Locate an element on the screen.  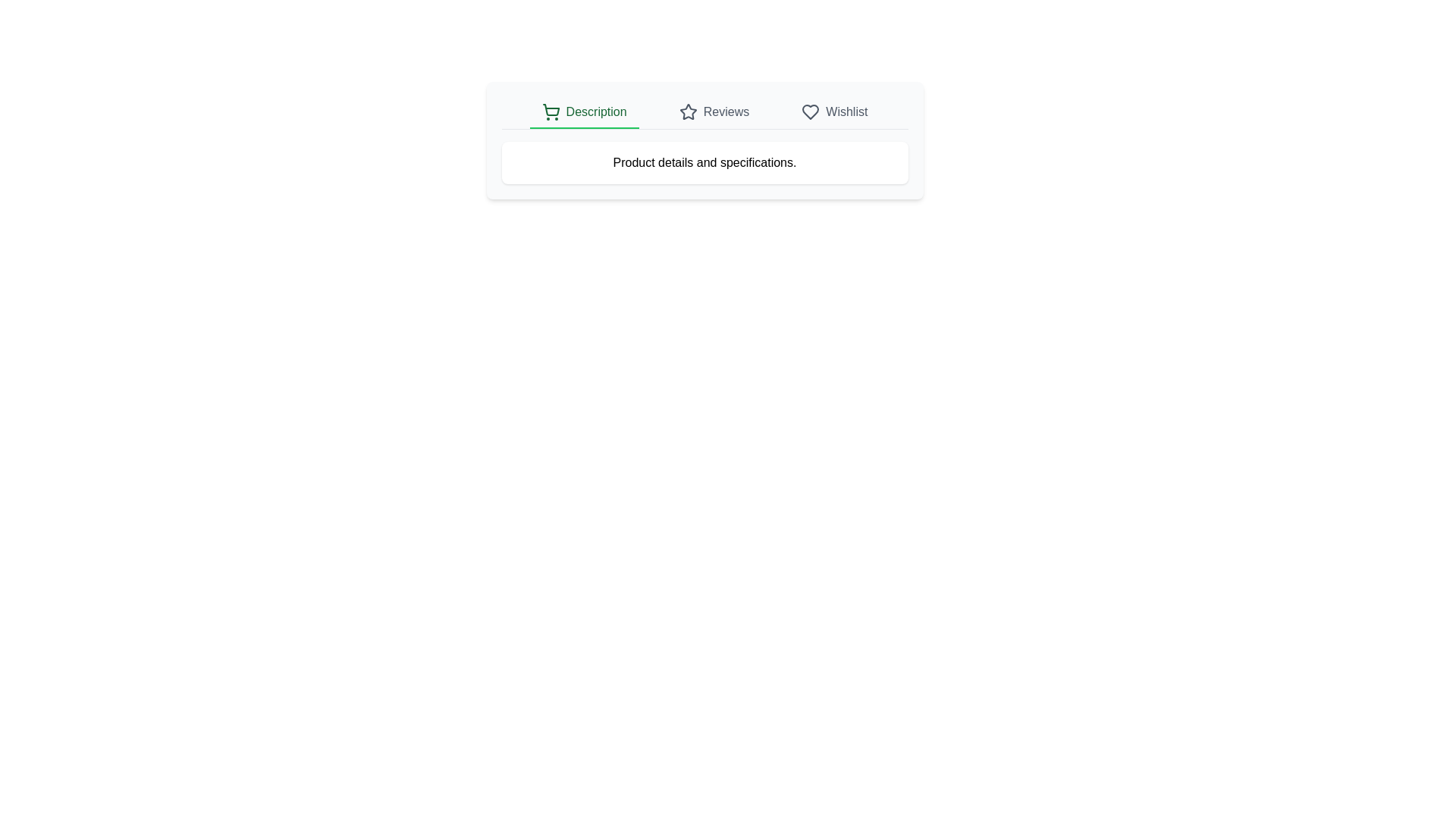
the tab labeled Reviews to observe its hover effect is located at coordinates (713, 112).